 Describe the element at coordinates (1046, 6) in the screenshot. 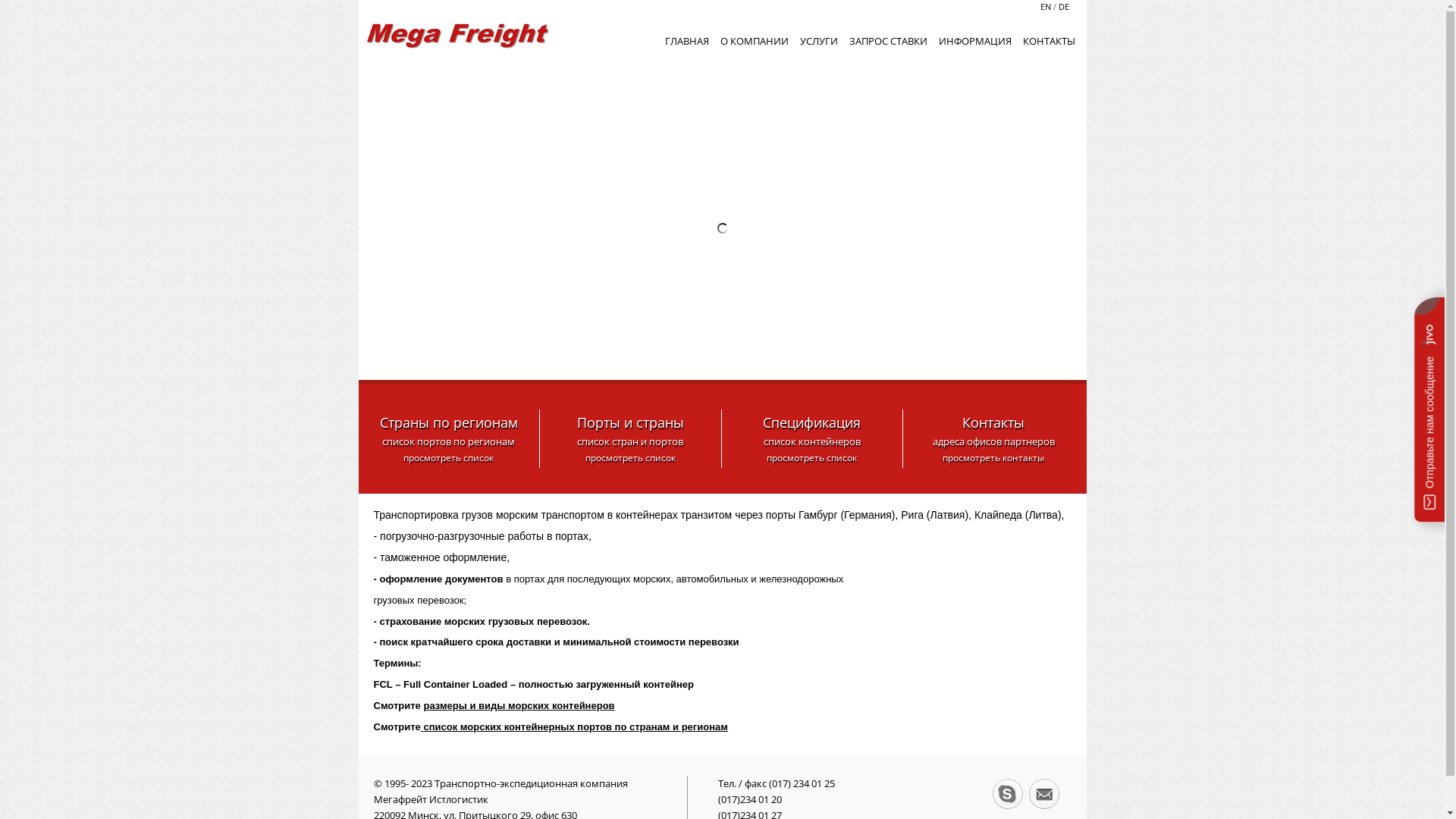

I see `'EN'` at that location.